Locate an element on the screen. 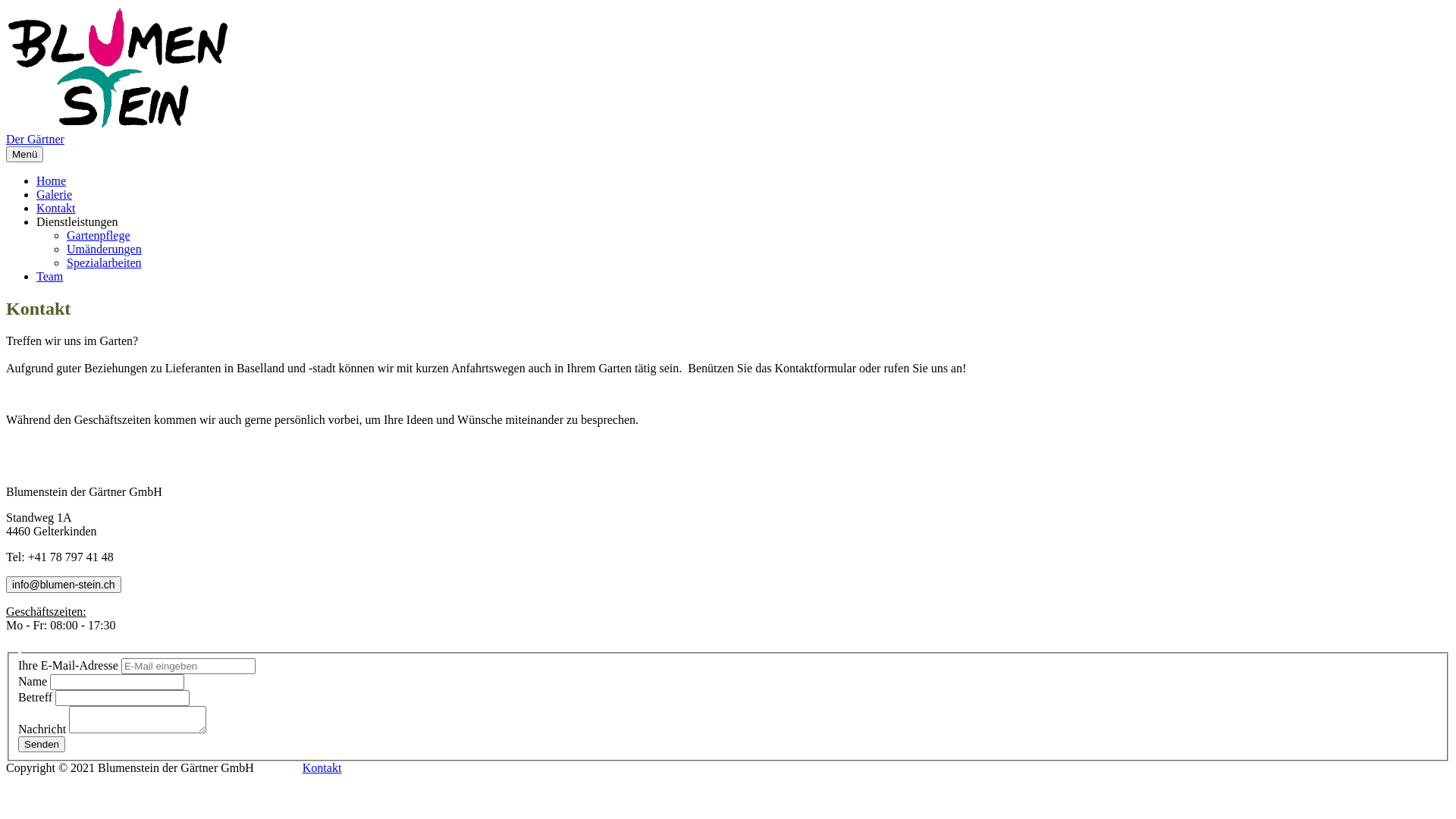  'Kontakt' is located at coordinates (322, 767).